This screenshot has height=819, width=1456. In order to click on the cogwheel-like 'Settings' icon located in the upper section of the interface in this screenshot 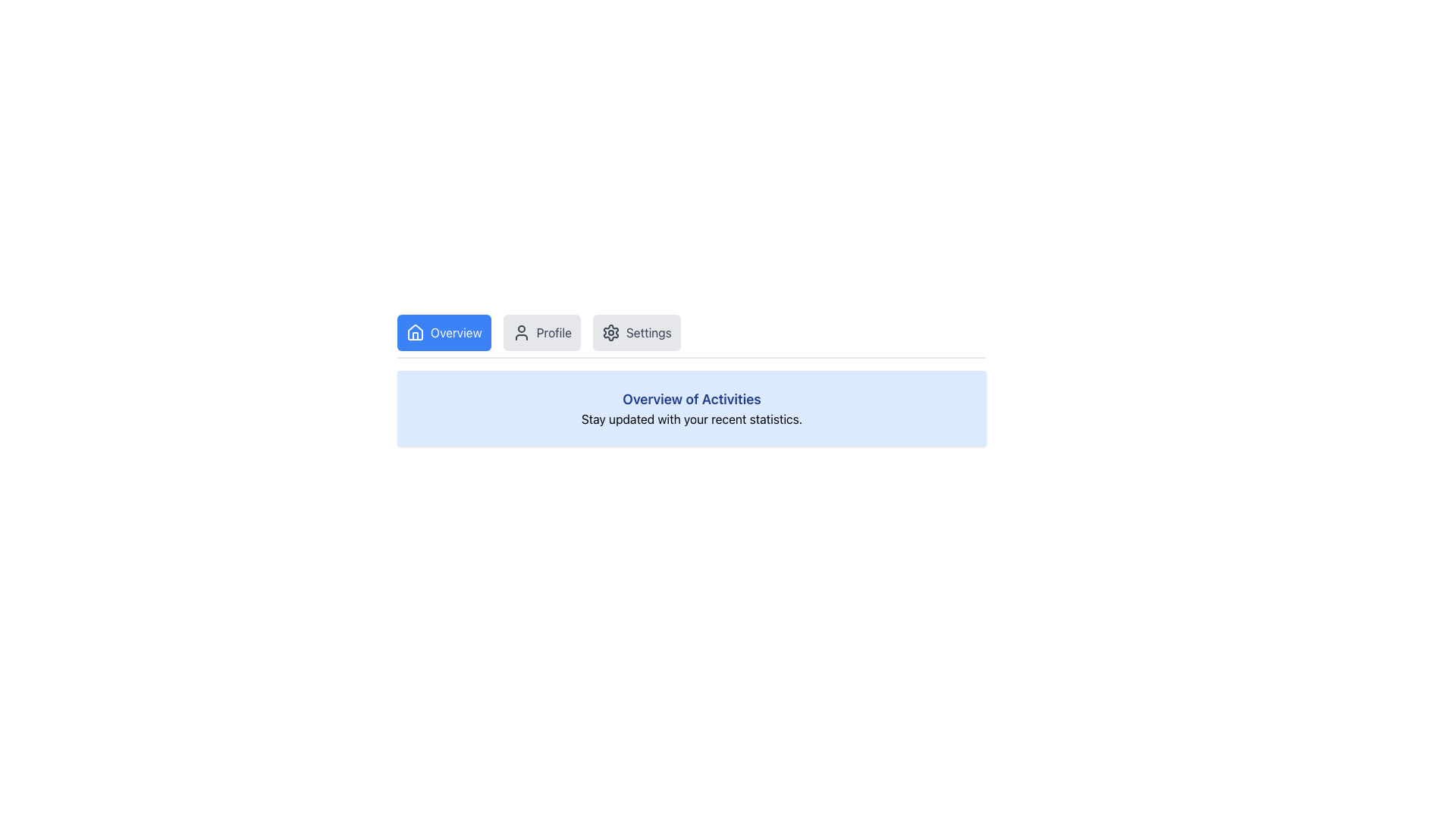, I will do `click(610, 332)`.